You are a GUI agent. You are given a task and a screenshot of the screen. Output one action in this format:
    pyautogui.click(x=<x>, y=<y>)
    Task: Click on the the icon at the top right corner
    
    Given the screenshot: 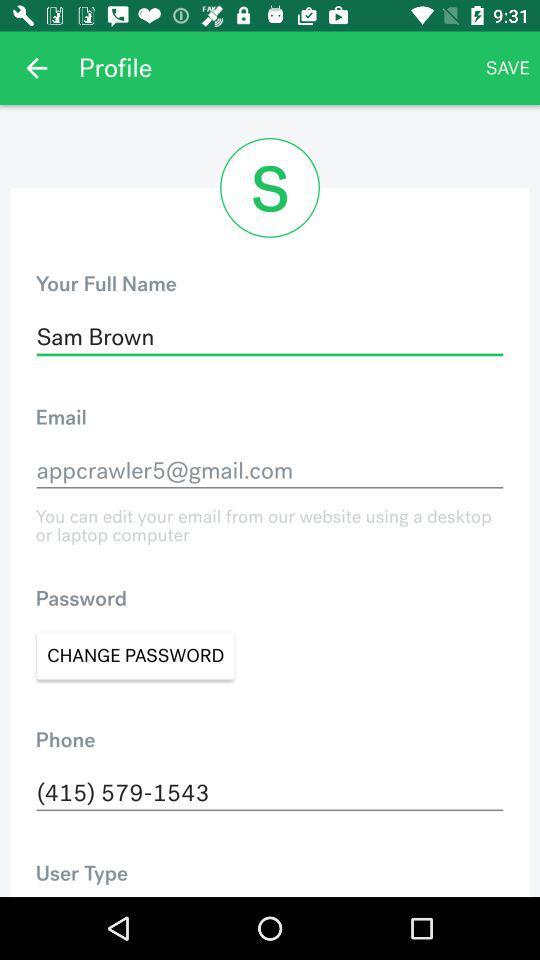 What is the action you would take?
    pyautogui.click(x=507, y=68)
    